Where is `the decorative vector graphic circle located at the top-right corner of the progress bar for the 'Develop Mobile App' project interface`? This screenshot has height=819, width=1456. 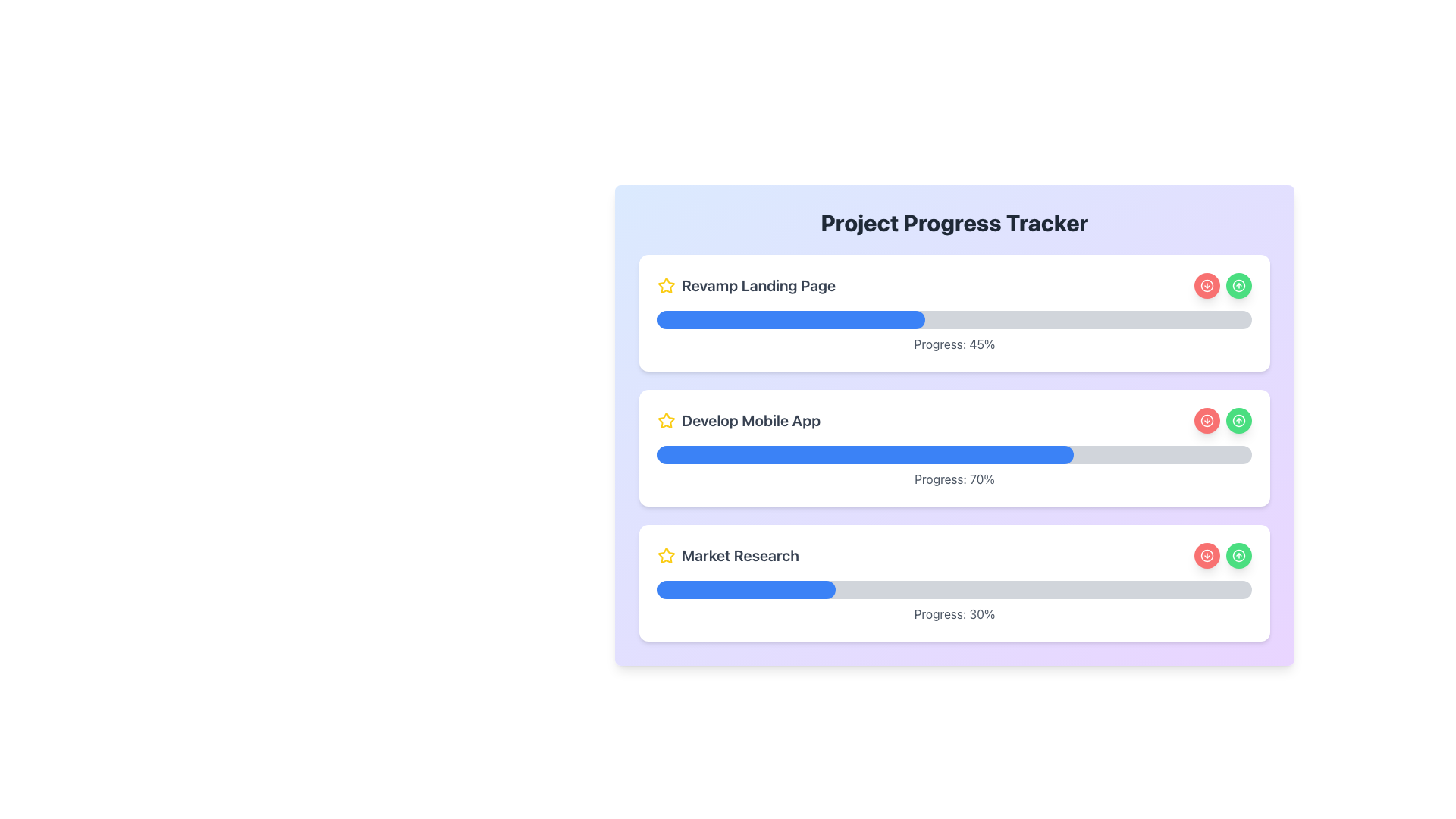 the decorative vector graphic circle located at the top-right corner of the progress bar for the 'Develop Mobile App' project interface is located at coordinates (1238, 421).